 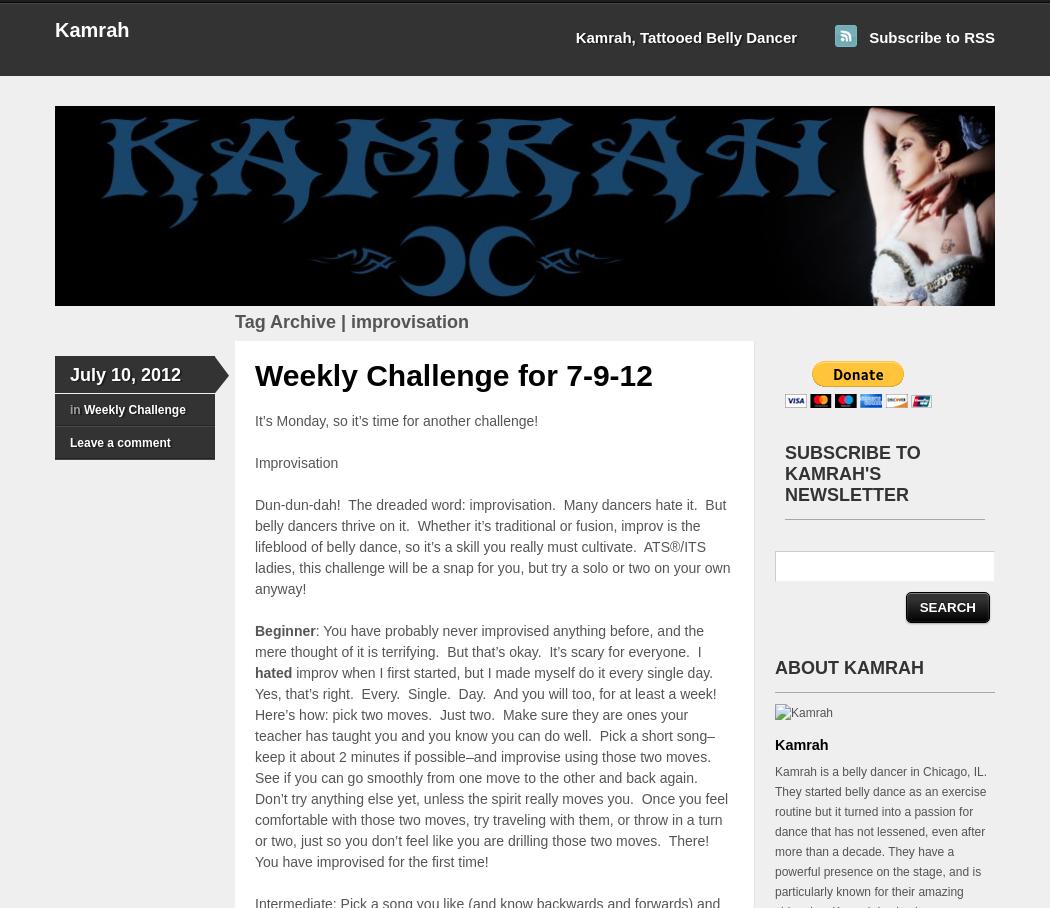 I want to click on ': You have probably never improvised anything before, and the mere thought of it is terrifying.  But that’s okay.  It’s scary for everyone.  I', so click(x=479, y=640).